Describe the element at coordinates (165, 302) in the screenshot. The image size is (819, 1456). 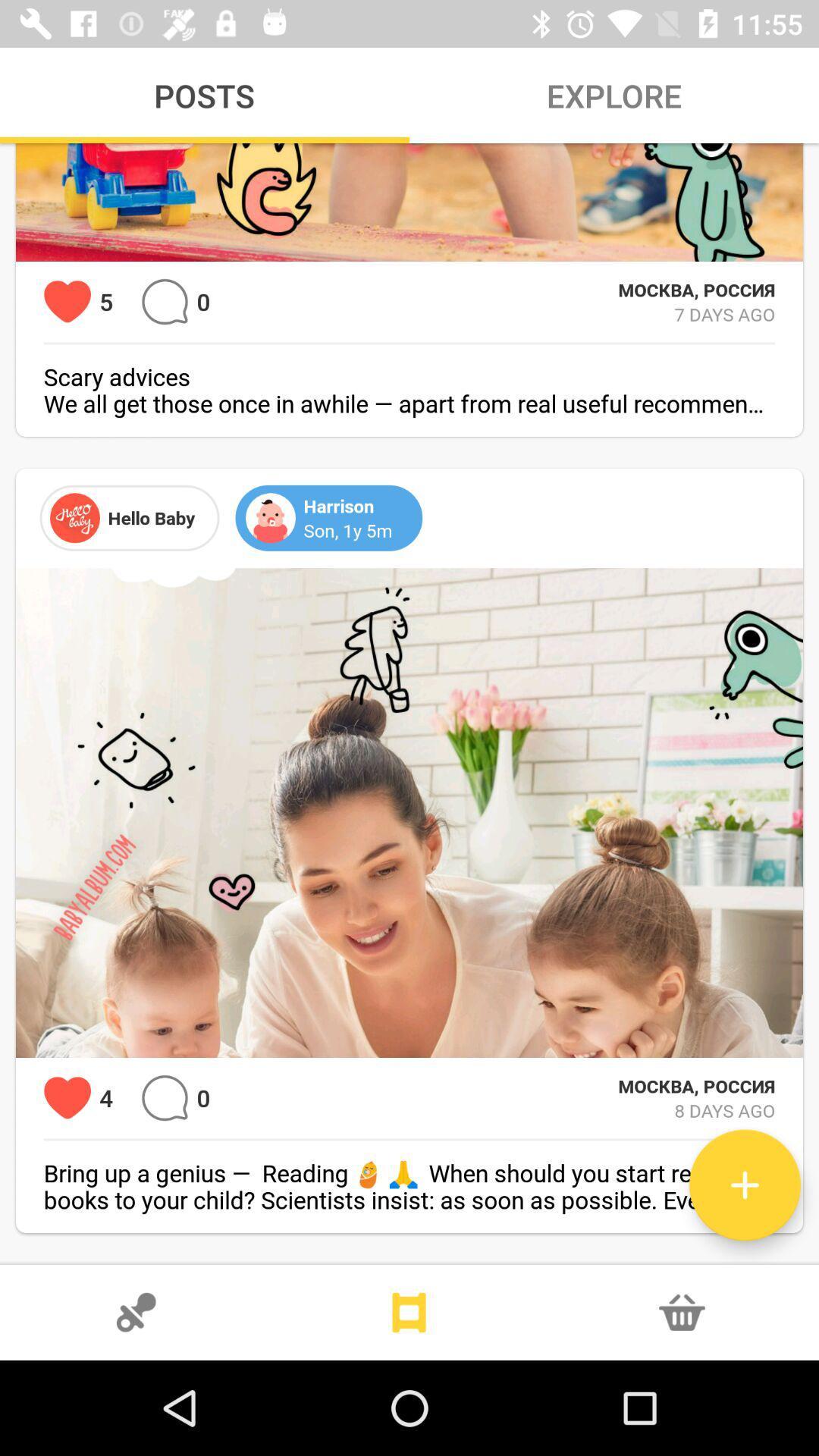
I see `comment` at that location.